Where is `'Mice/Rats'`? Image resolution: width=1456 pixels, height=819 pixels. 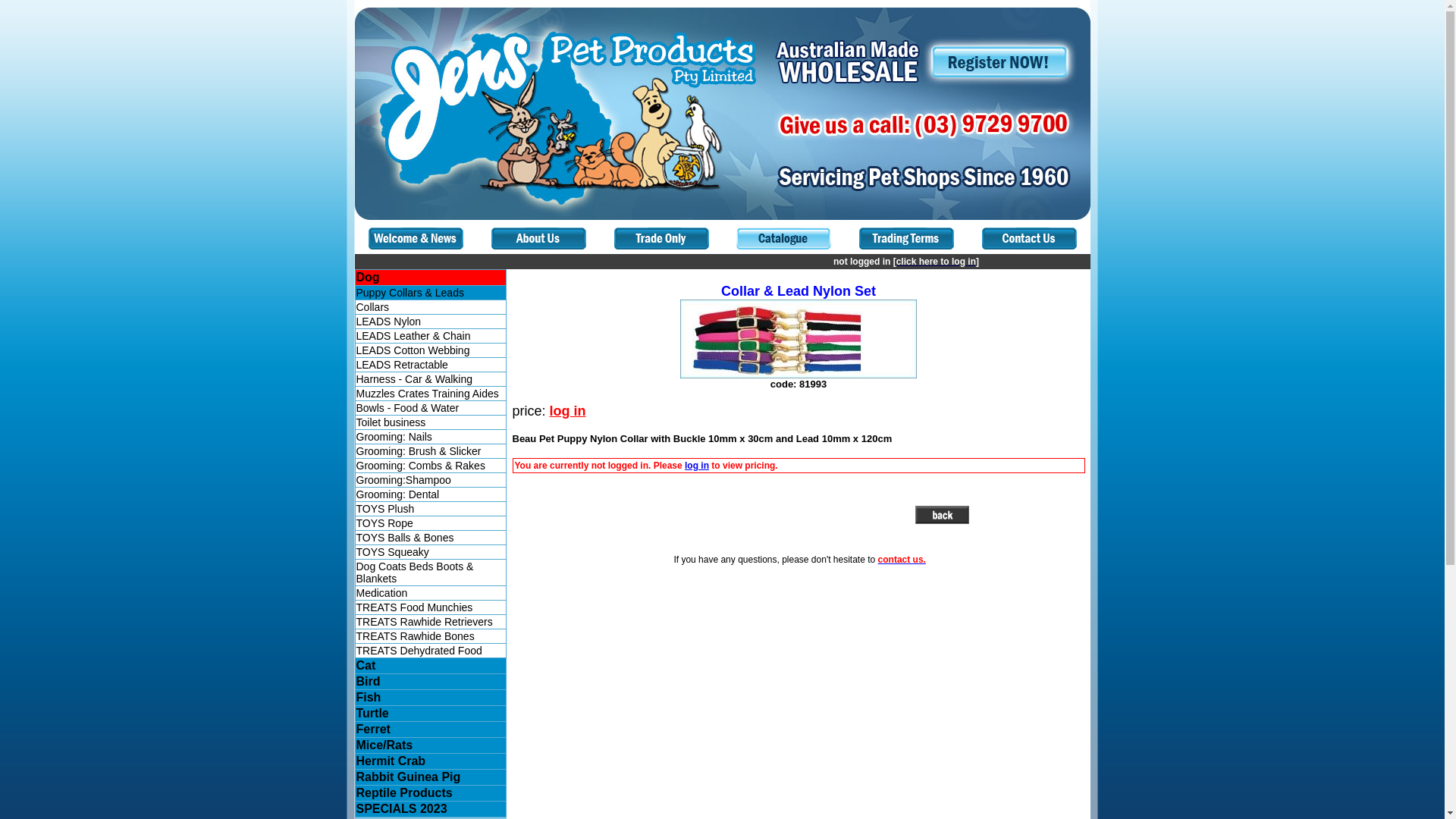 'Mice/Rats' is located at coordinates (428, 745).